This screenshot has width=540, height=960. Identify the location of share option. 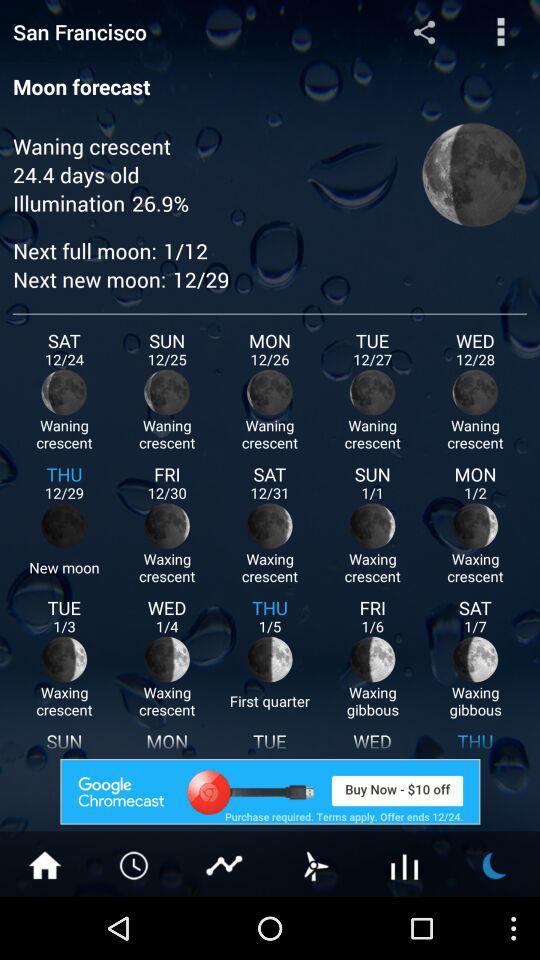
(423, 30).